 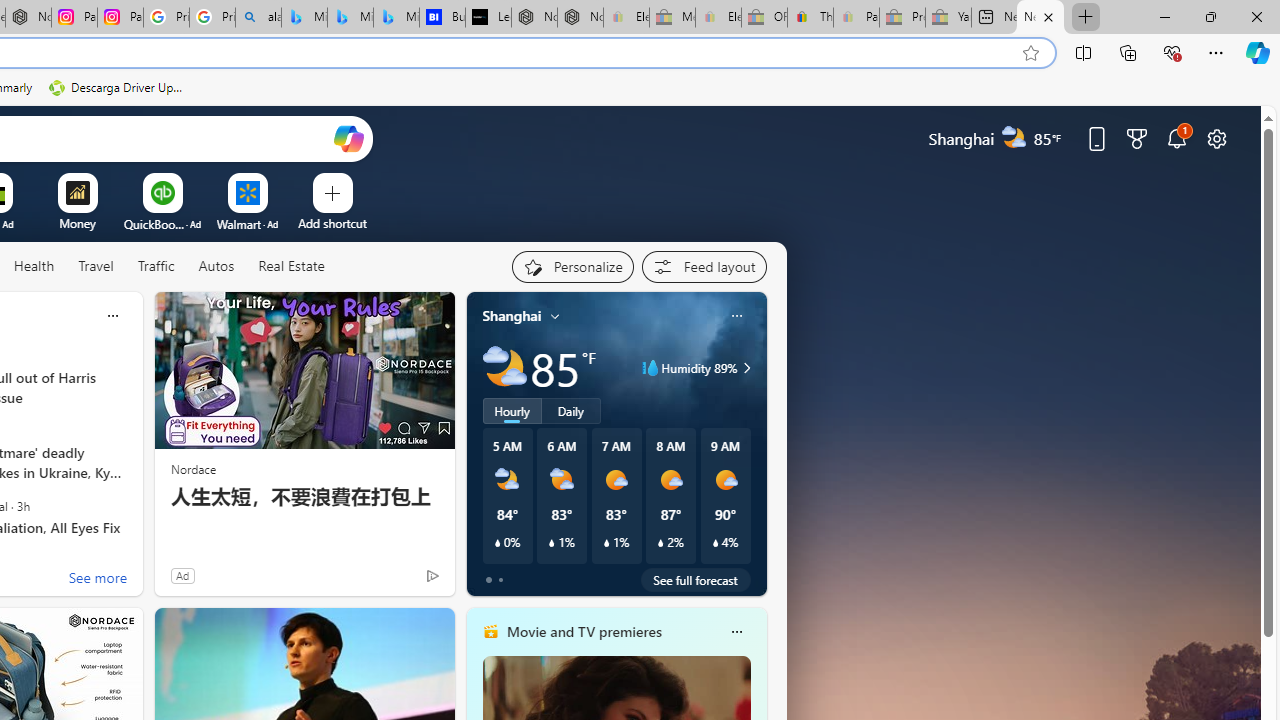 What do you see at coordinates (512, 410) in the screenshot?
I see `'Hourly'` at bounding box center [512, 410].